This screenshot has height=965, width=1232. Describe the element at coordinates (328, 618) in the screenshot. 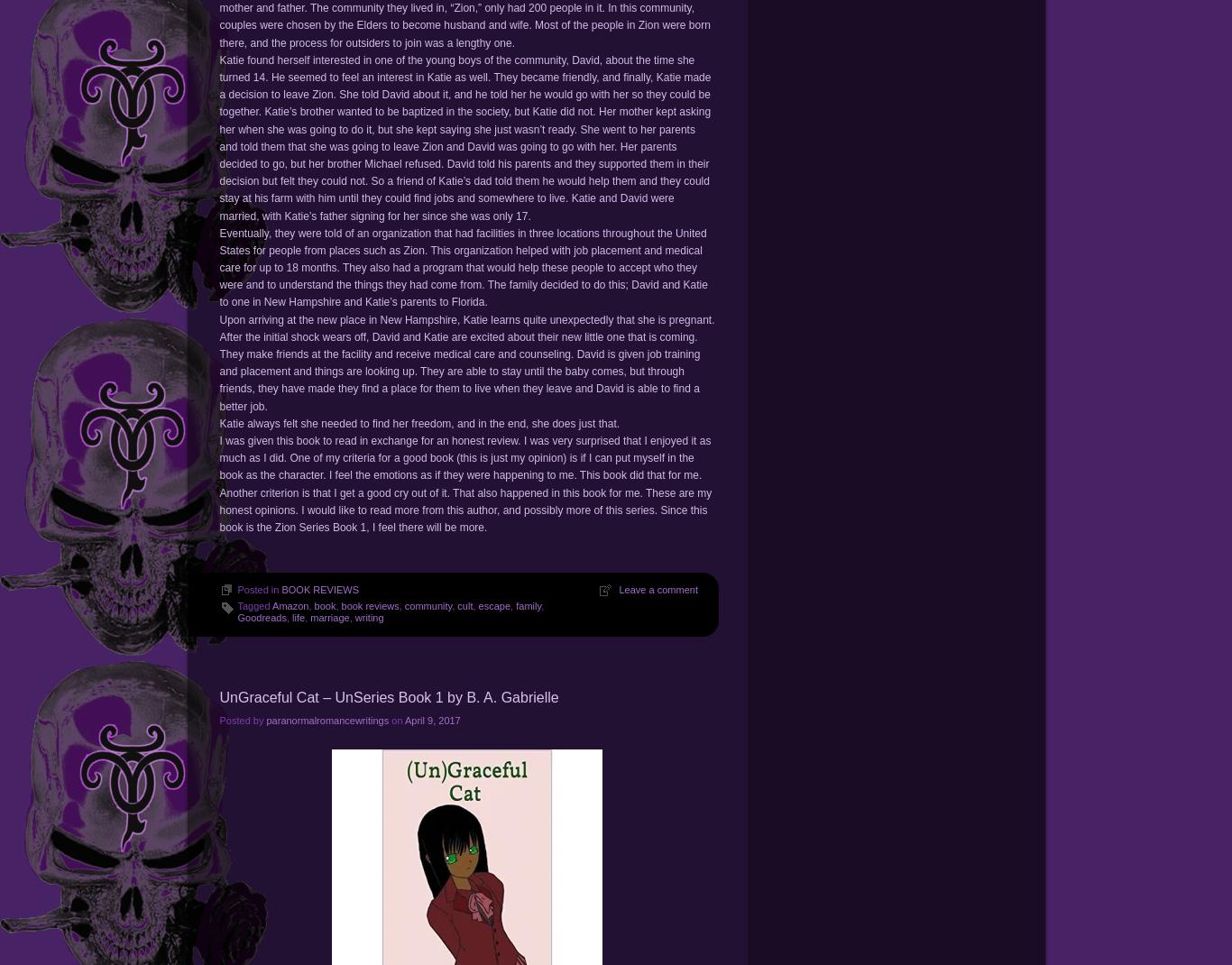

I see `'marriage'` at that location.